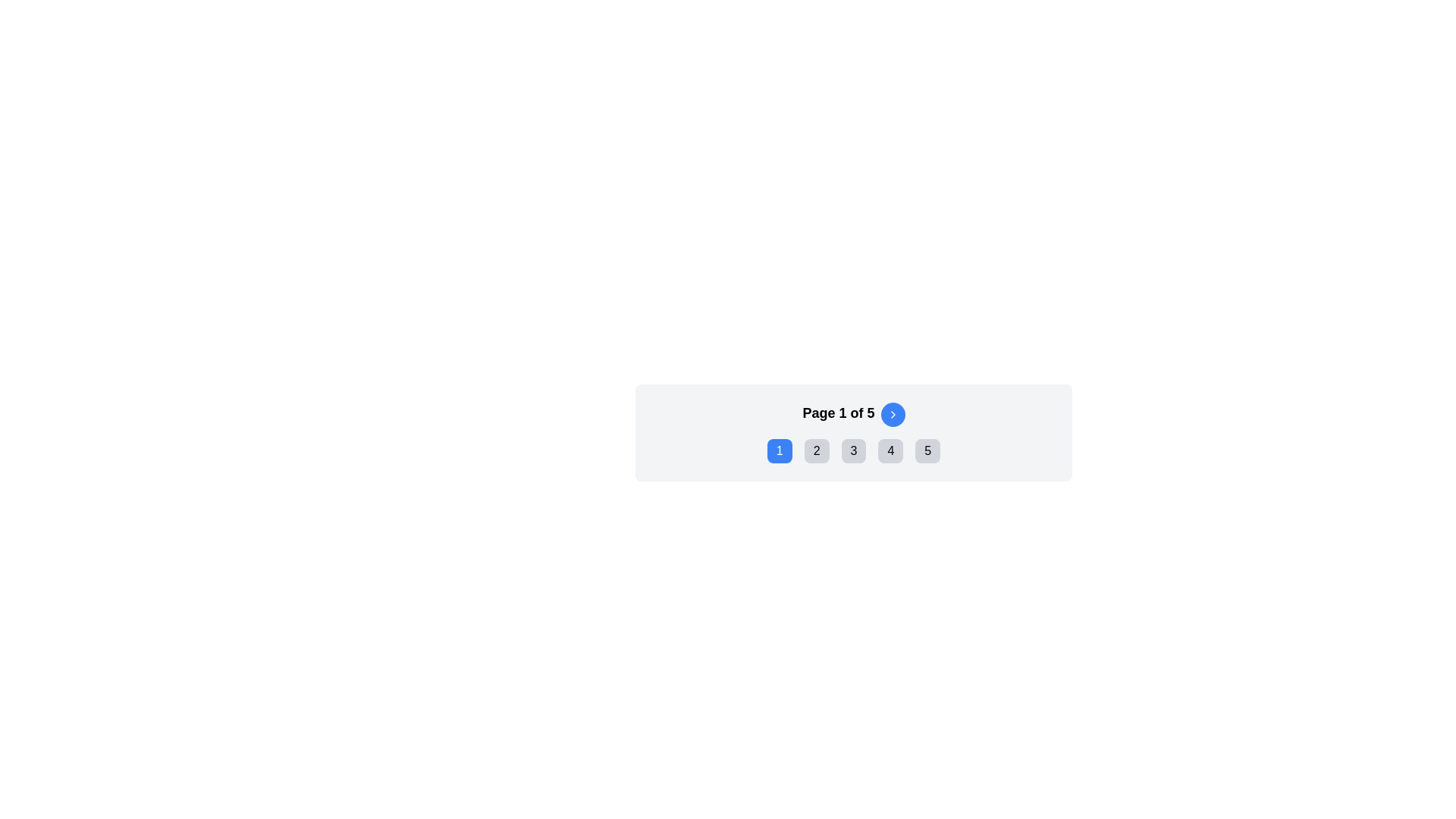 The width and height of the screenshot is (1456, 819). I want to click on the 'Next' button with a blue background located at the far right end of the pagination controls, so click(893, 415).